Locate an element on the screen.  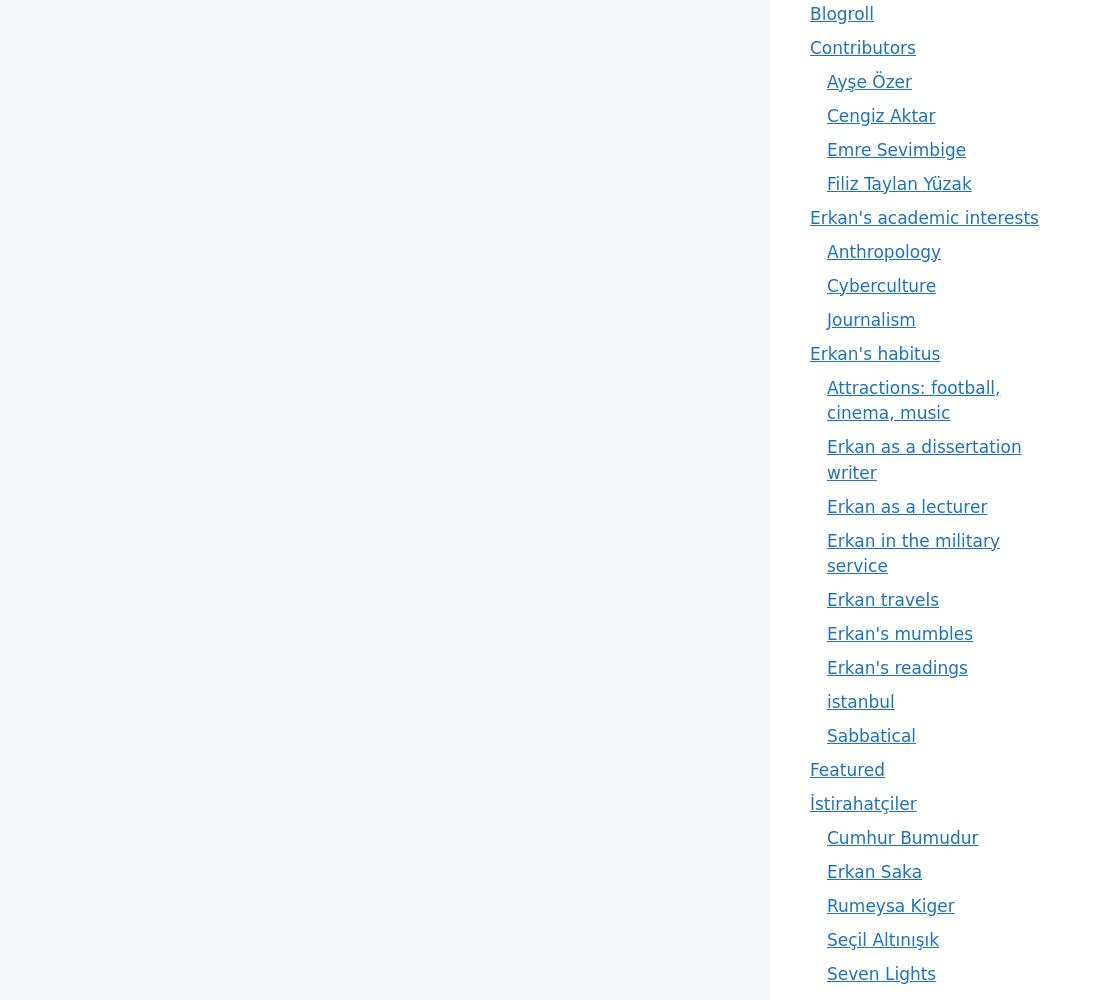
'Erkan's habitus' is located at coordinates (810, 352).